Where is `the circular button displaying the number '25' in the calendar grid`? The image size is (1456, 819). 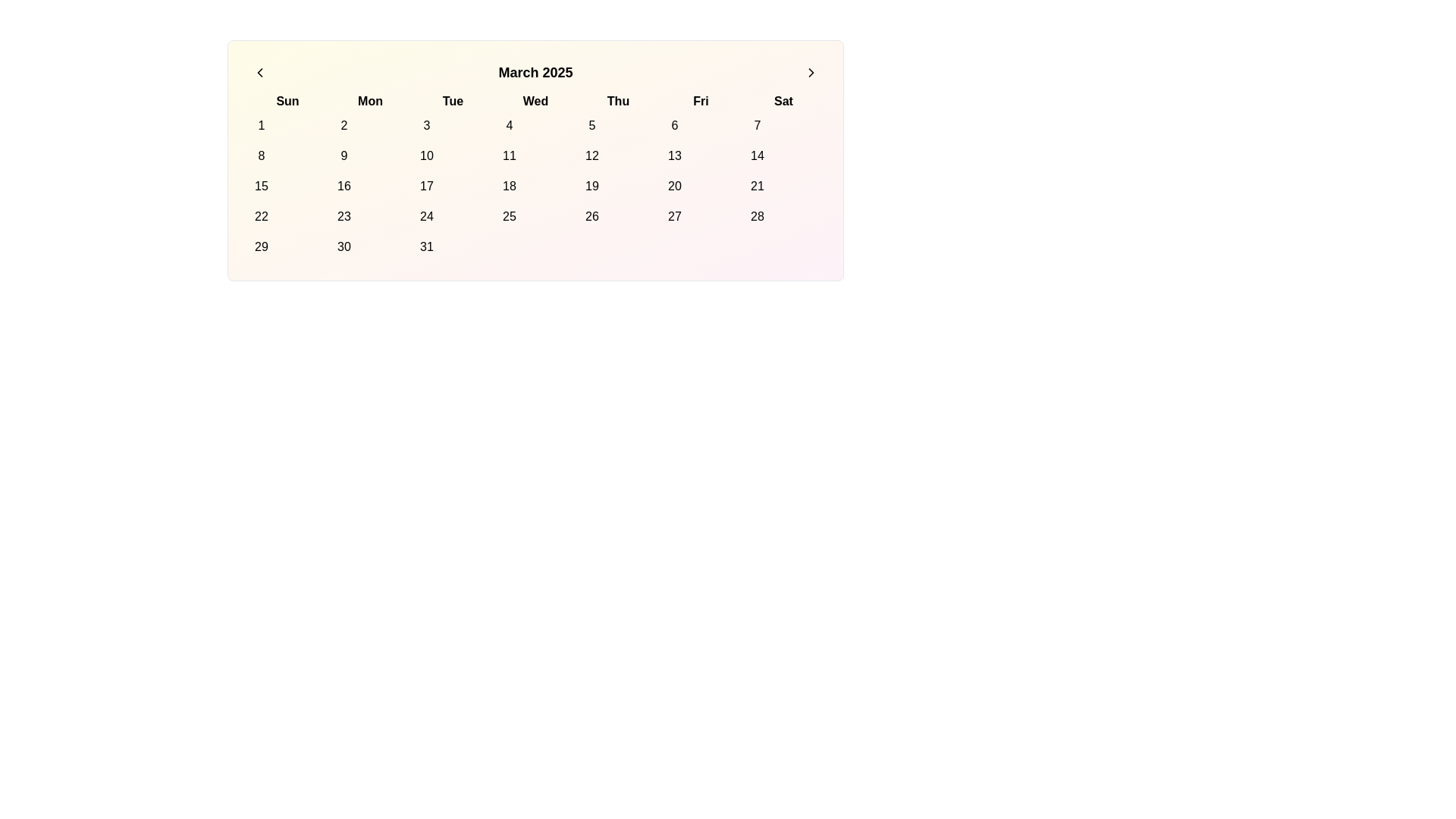
the circular button displaying the number '25' in the calendar grid is located at coordinates (510, 216).